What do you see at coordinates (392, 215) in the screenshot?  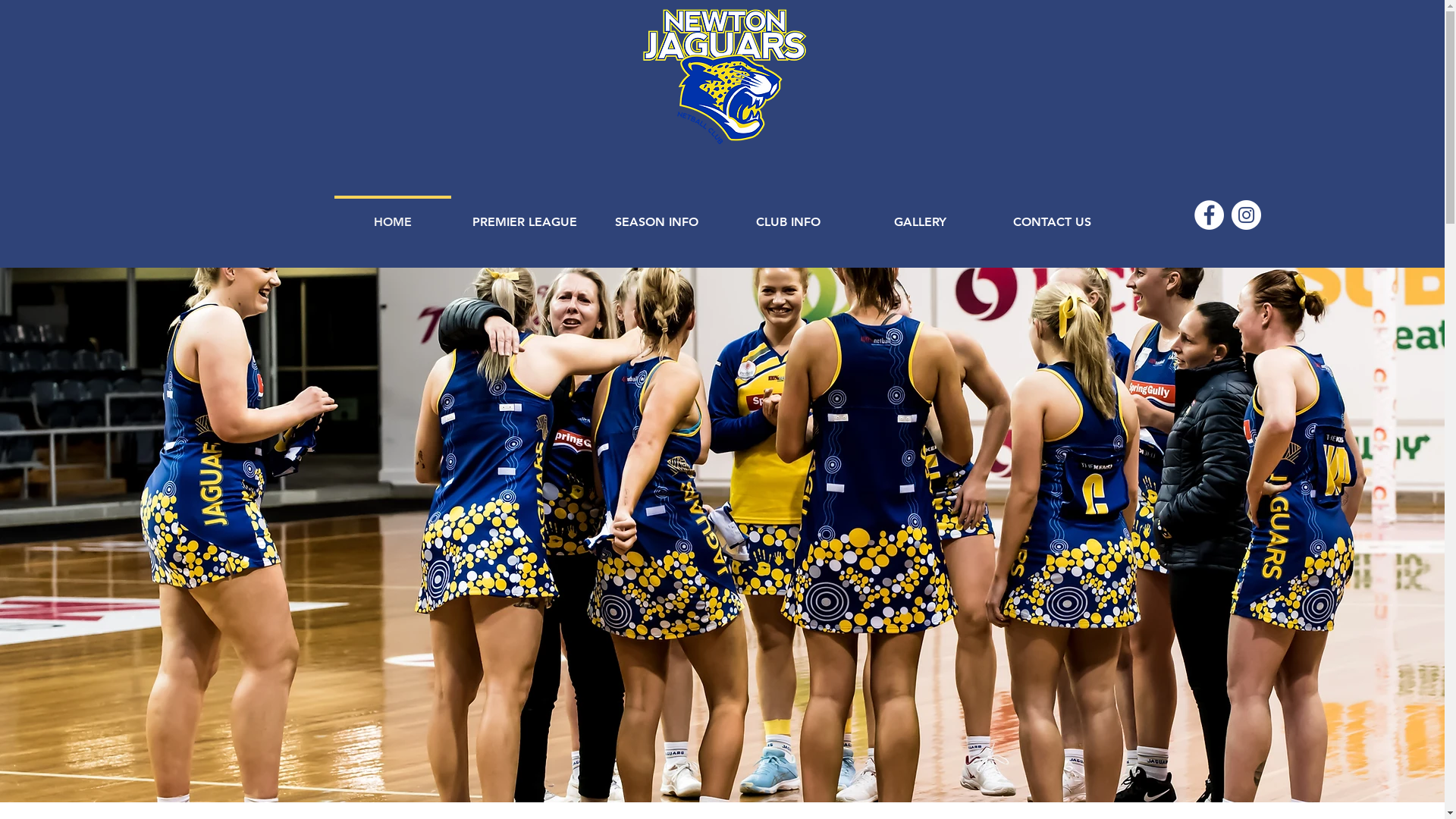 I see `'HOME'` at bounding box center [392, 215].